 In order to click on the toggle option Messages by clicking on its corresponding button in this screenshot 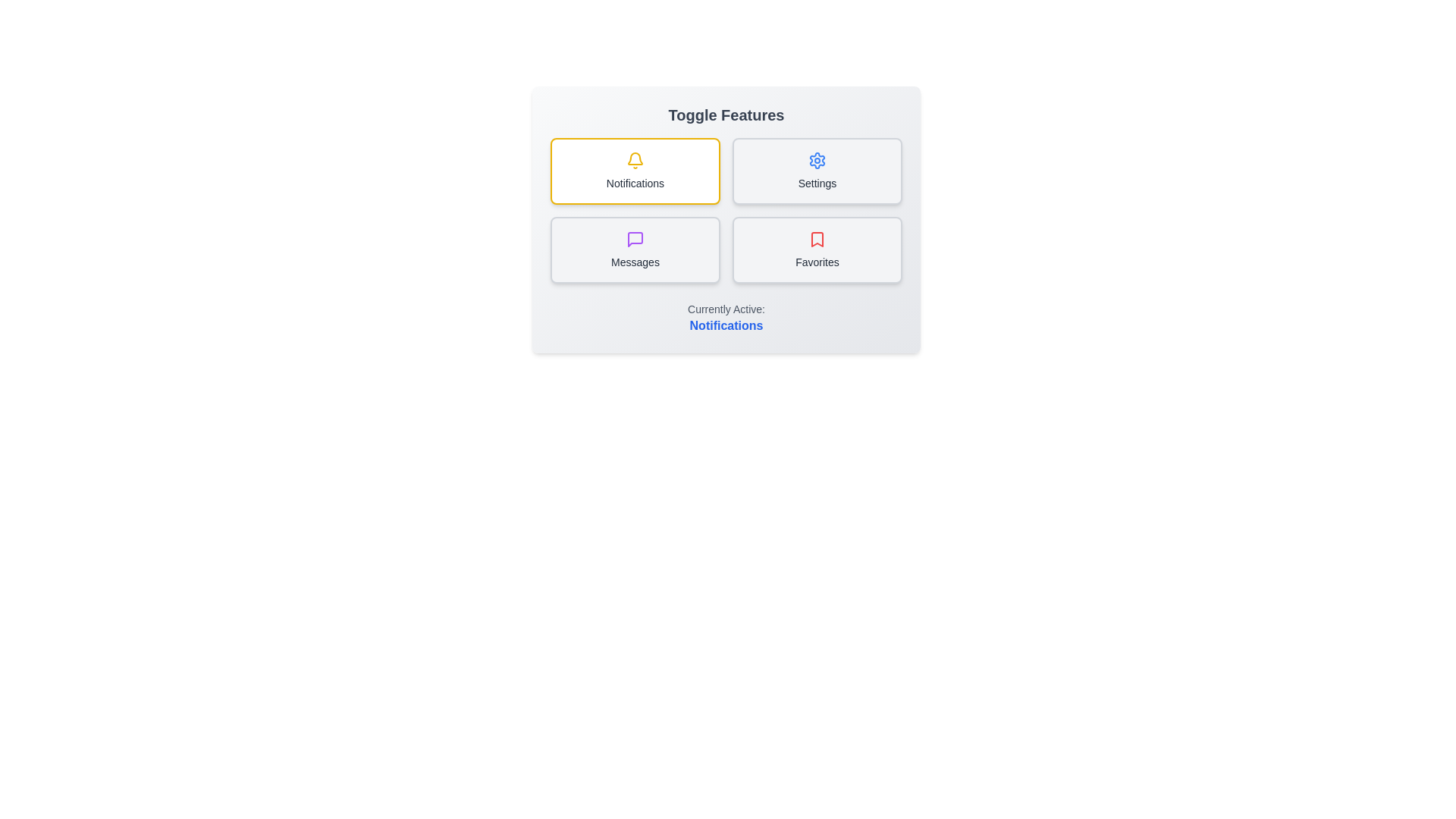, I will do `click(635, 249)`.